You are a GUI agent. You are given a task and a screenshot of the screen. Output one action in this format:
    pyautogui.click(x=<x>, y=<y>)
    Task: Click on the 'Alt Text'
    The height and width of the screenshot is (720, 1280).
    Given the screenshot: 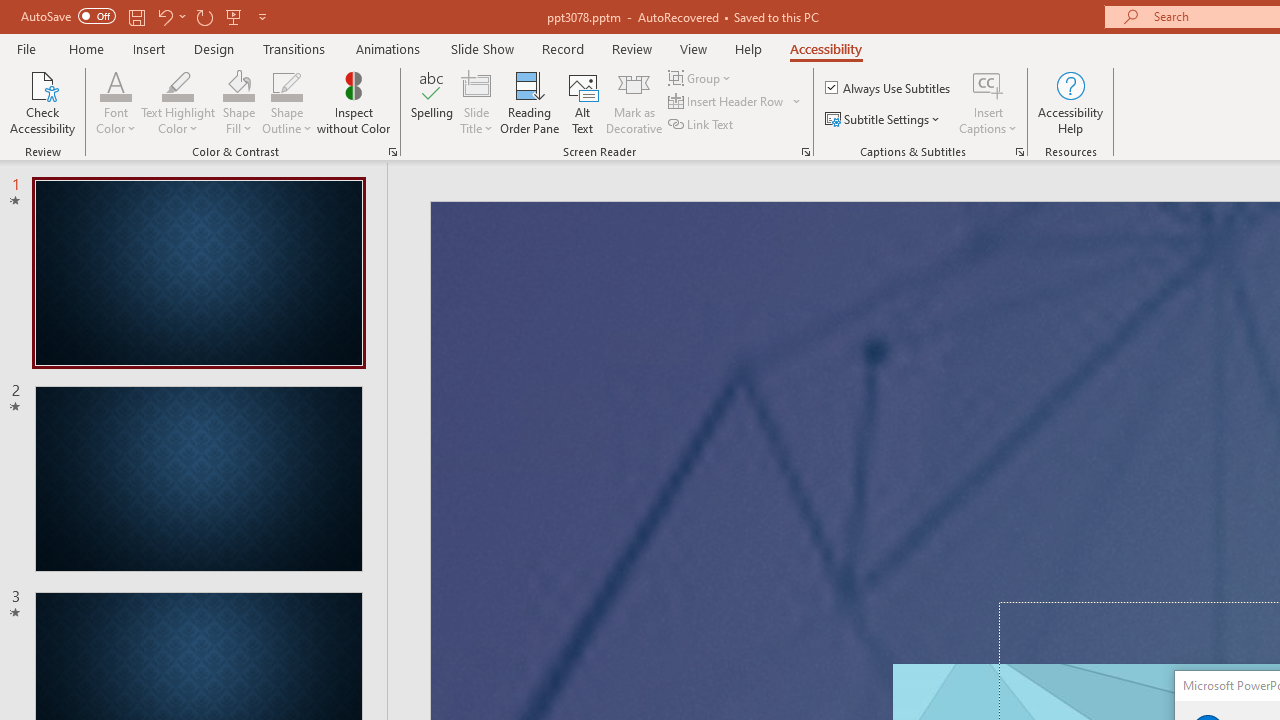 What is the action you would take?
    pyautogui.click(x=582, y=103)
    